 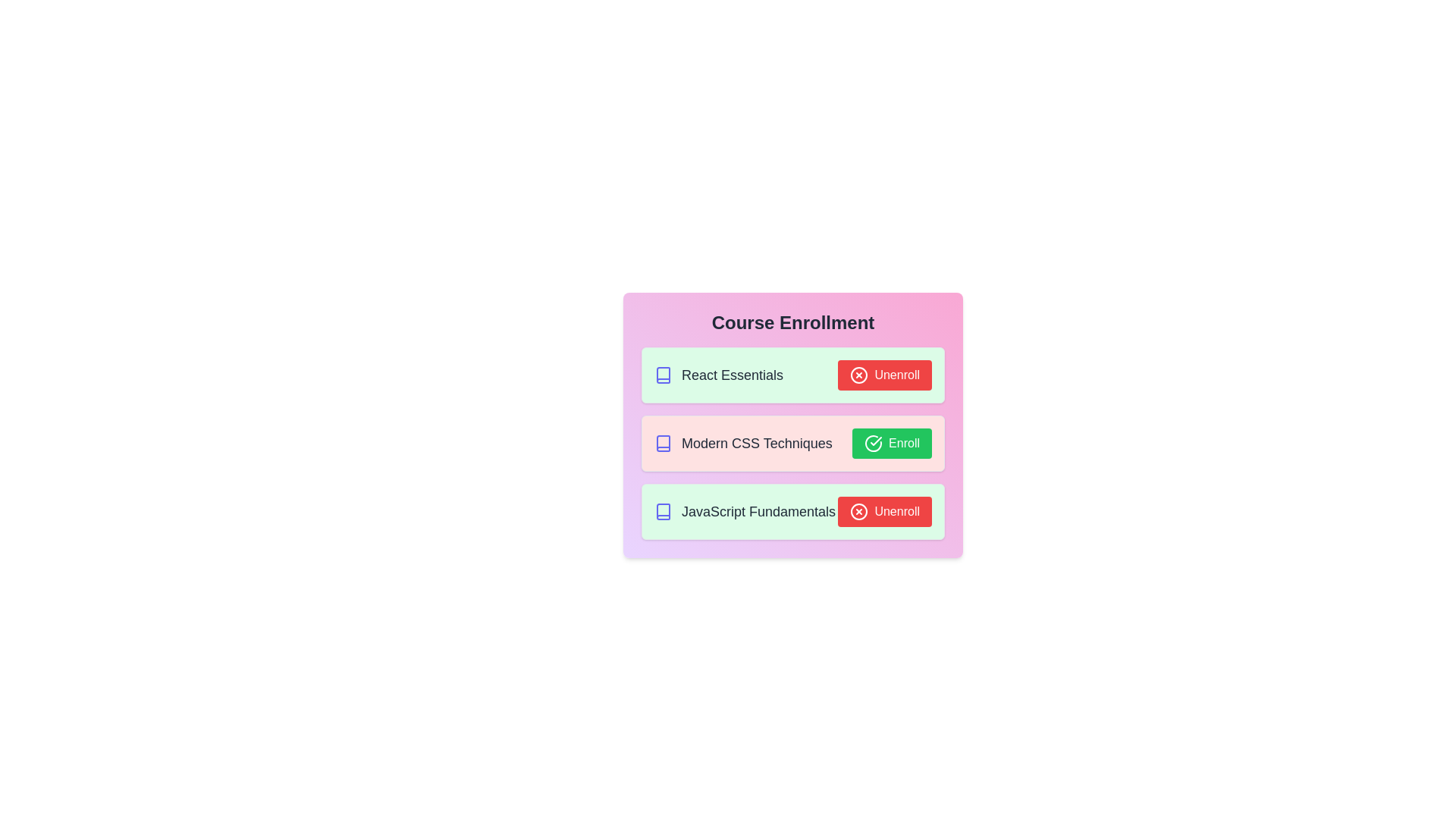 I want to click on the text segment React Essentials within the component, so click(x=718, y=375).